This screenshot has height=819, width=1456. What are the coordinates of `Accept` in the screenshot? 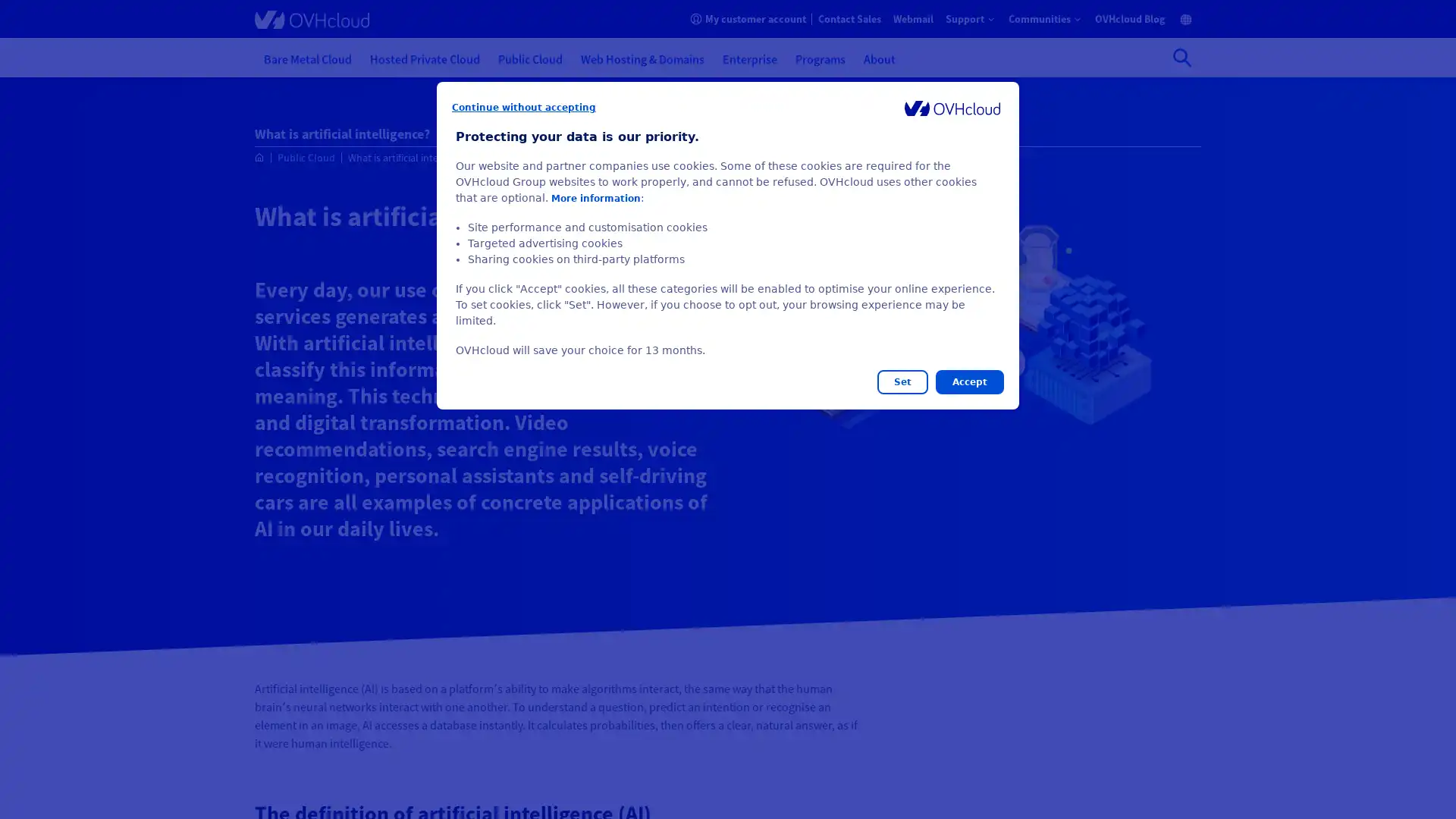 It's located at (968, 381).